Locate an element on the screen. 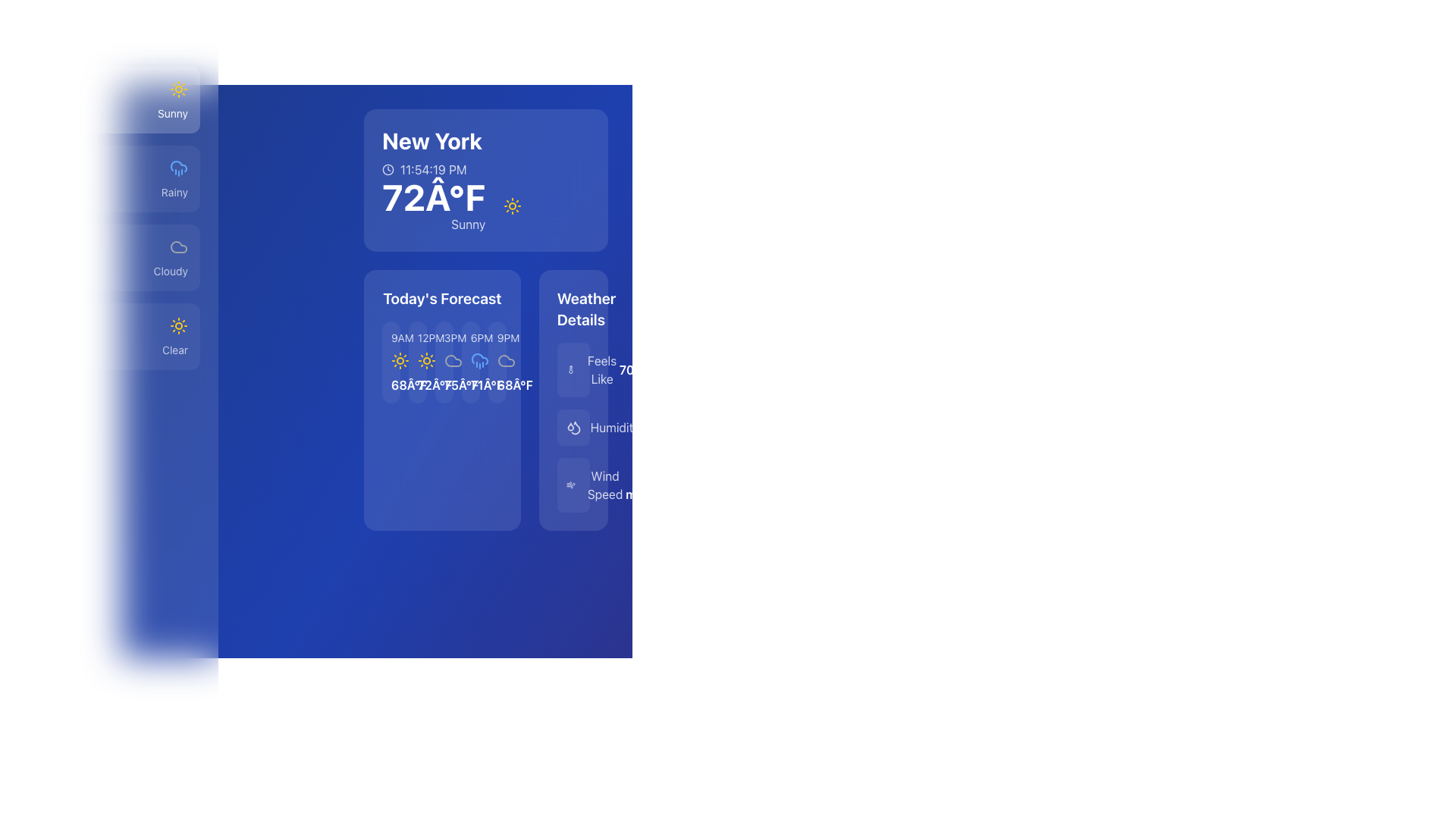 This screenshot has width=1456, height=819. the Weather Information Card displaying current weather information for New York, positioned in the top-left section of the interface is located at coordinates (486, 180).